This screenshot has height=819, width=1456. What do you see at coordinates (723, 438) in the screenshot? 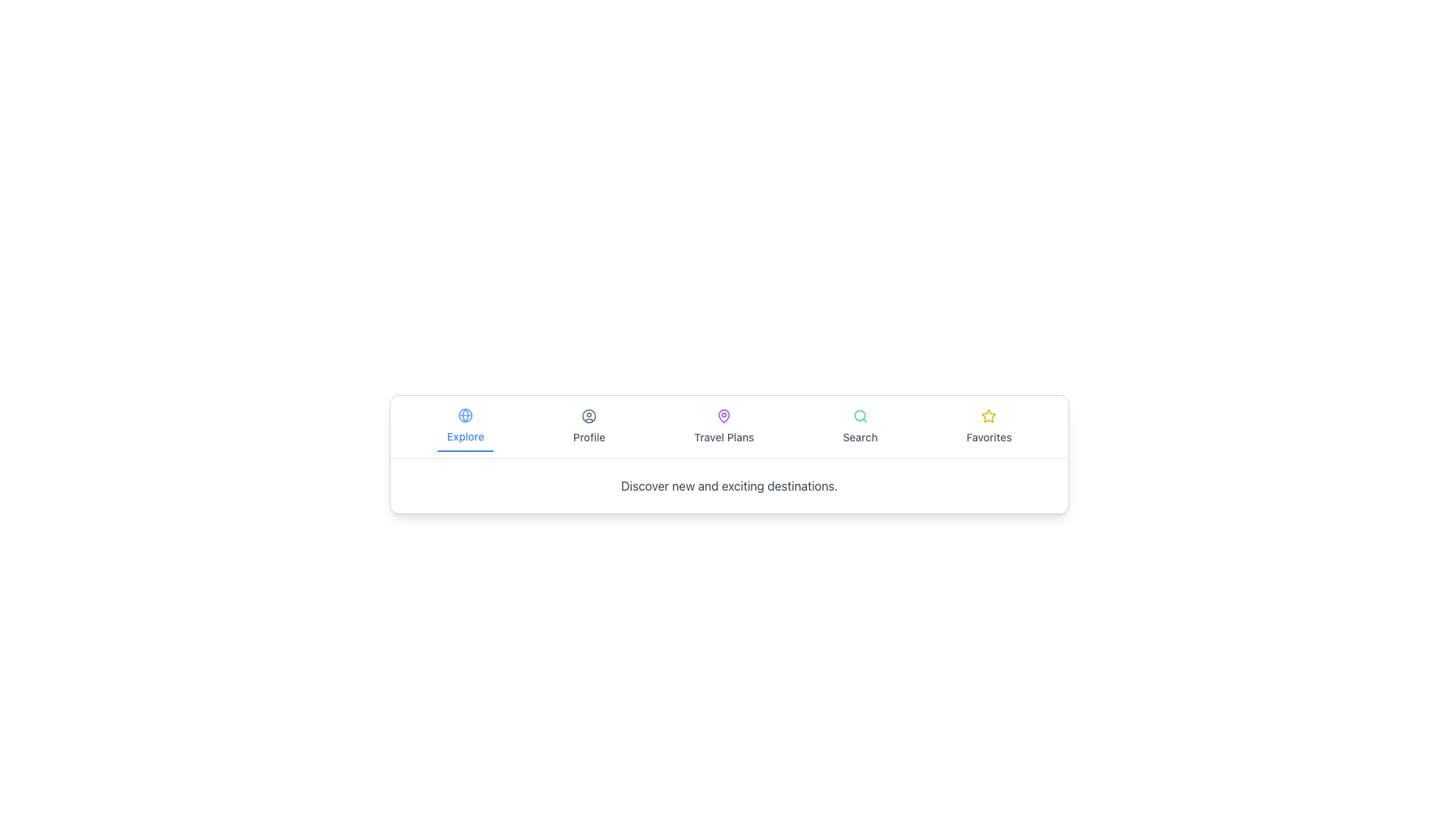
I see `the static text label reading 'Travel Plans' located below the purple map pin icon in the navigation bar` at bounding box center [723, 438].